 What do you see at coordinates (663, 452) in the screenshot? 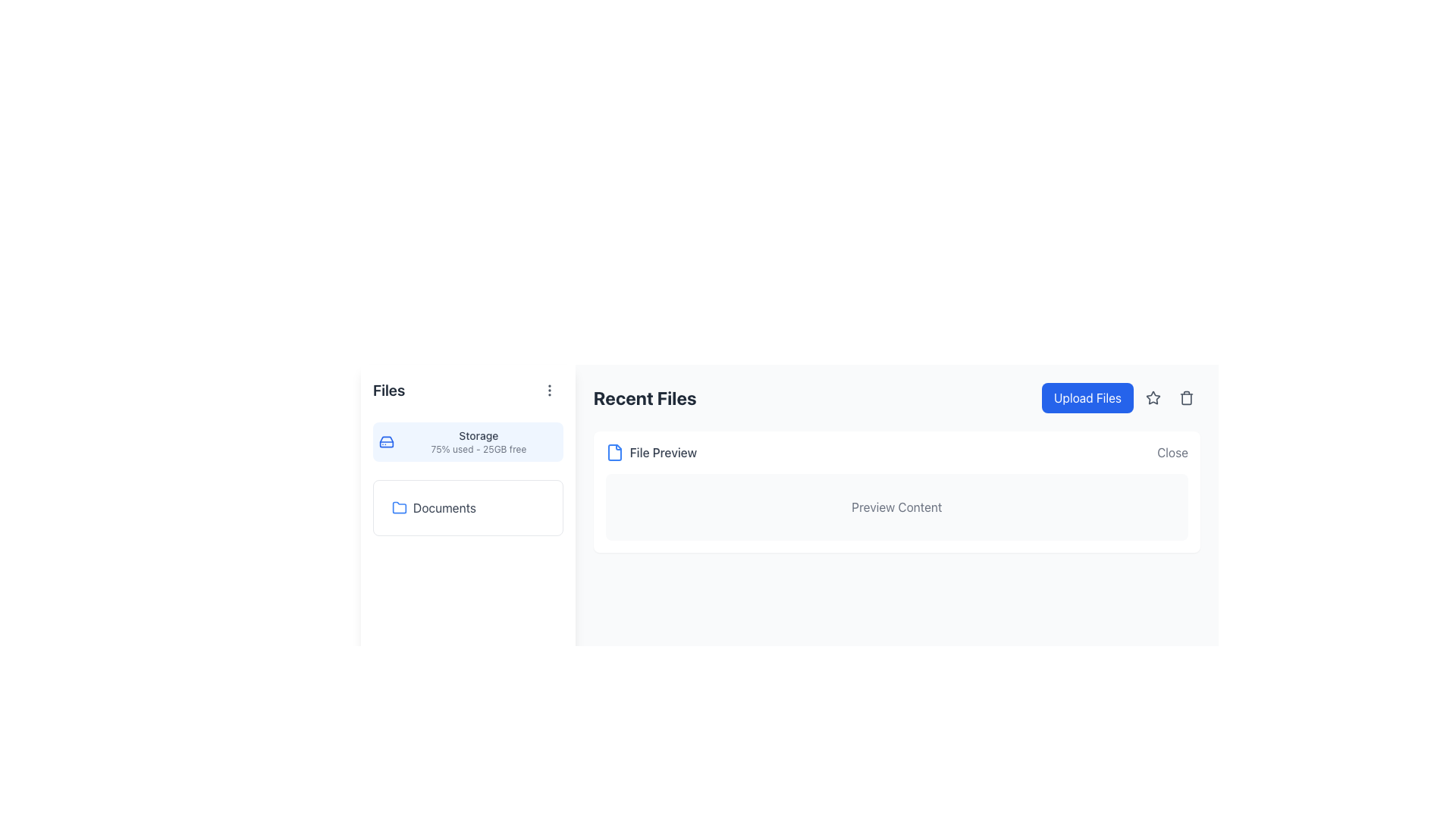
I see `the 'File Preview' text label located in the 'Recent Files' section` at bounding box center [663, 452].